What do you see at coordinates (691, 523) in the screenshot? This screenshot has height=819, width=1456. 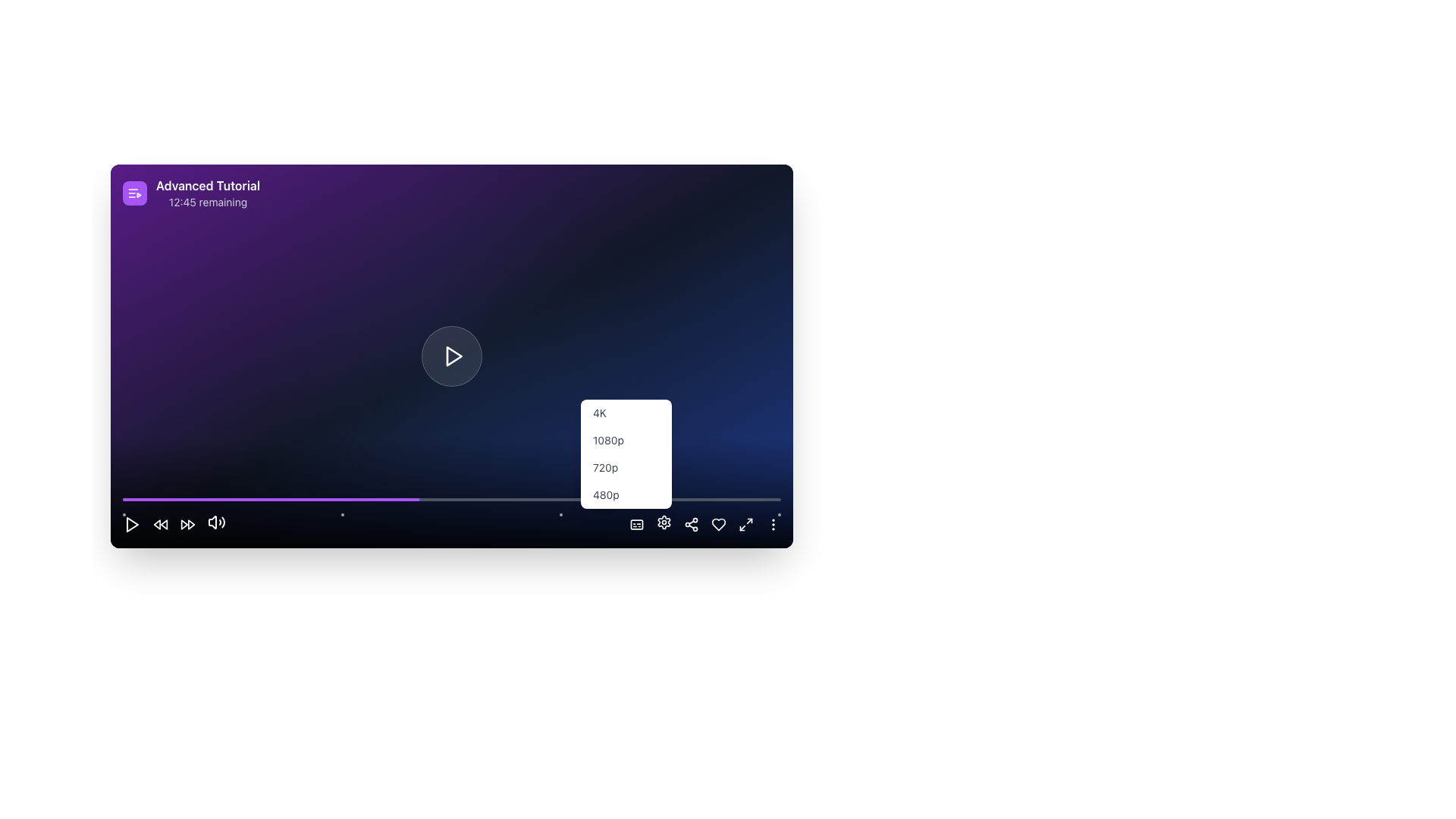 I see `the share icon button, which features a triangular arrangement of circles connected by lines` at bounding box center [691, 523].